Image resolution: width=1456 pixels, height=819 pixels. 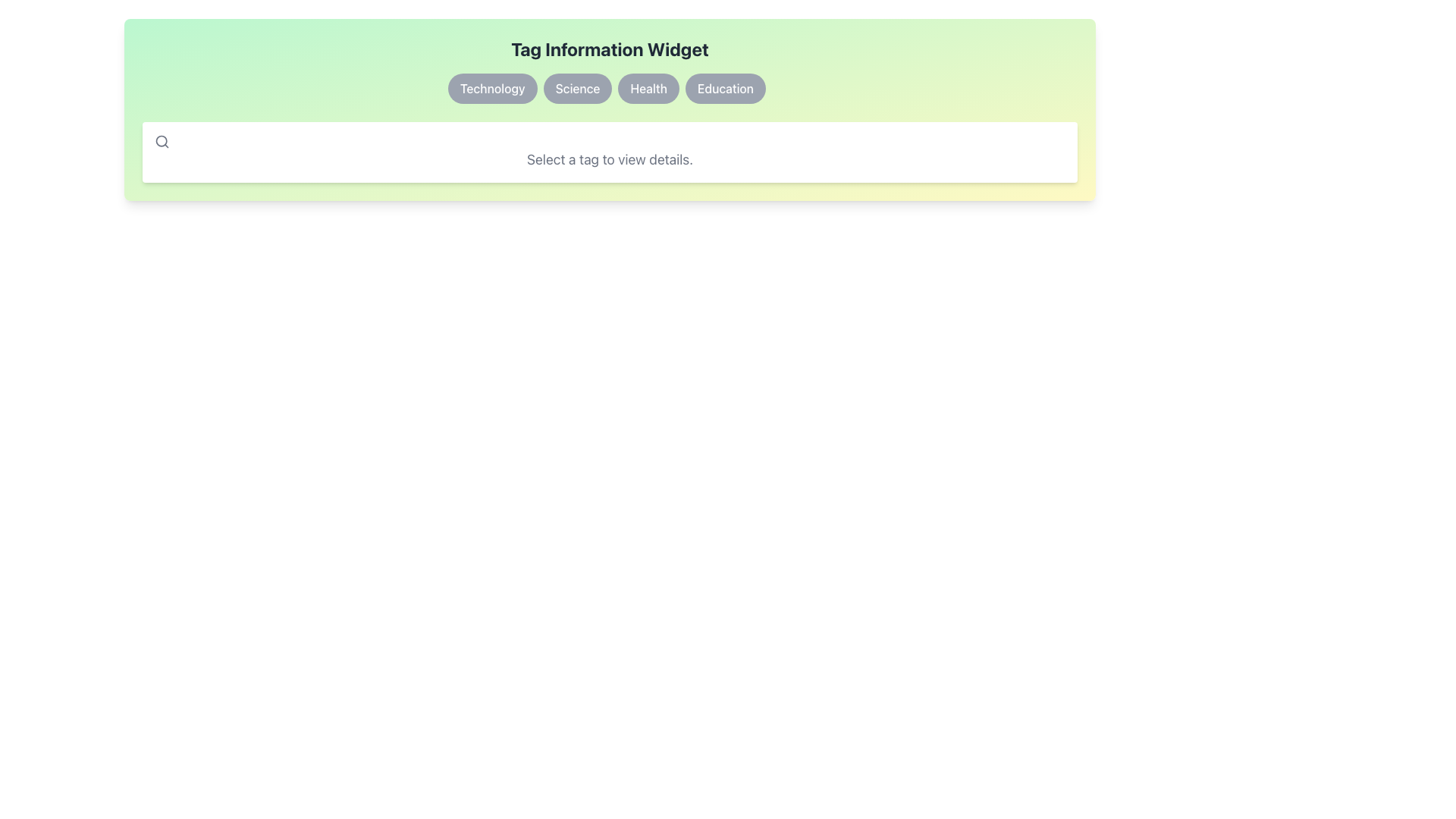 I want to click on the 'Science' tag button located within the group of interactive tag buttons in the Tag Information Widget, which is centrally positioned in a card-like UI component with a gradient green-yellow background, so click(x=610, y=88).